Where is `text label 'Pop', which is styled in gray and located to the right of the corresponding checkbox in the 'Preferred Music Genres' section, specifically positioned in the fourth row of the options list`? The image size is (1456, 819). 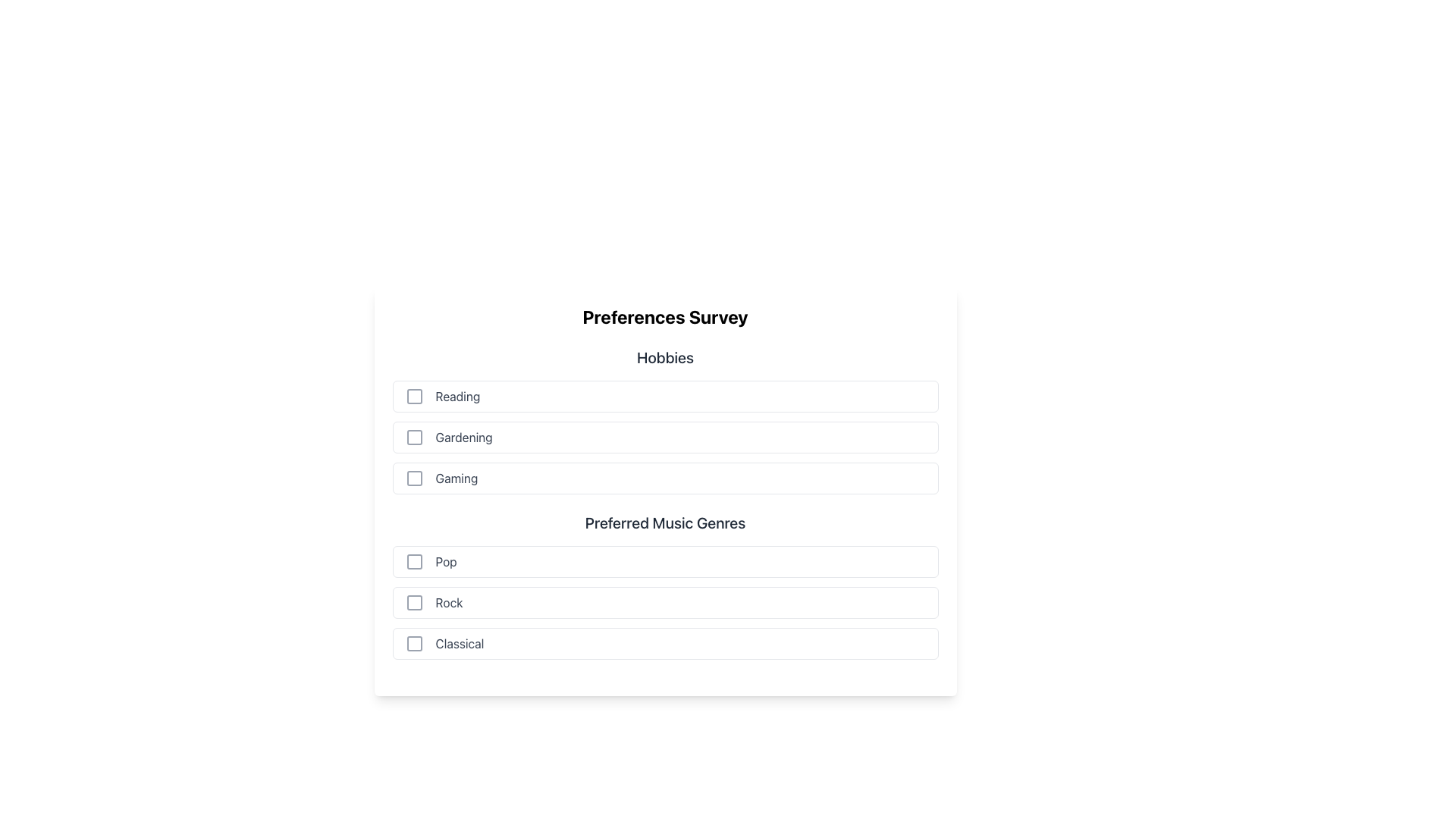 text label 'Pop', which is styled in gray and located to the right of the corresponding checkbox in the 'Preferred Music Genres' section, specifically positioned in the fourth row of the options list is located at coordinates (445, 561).